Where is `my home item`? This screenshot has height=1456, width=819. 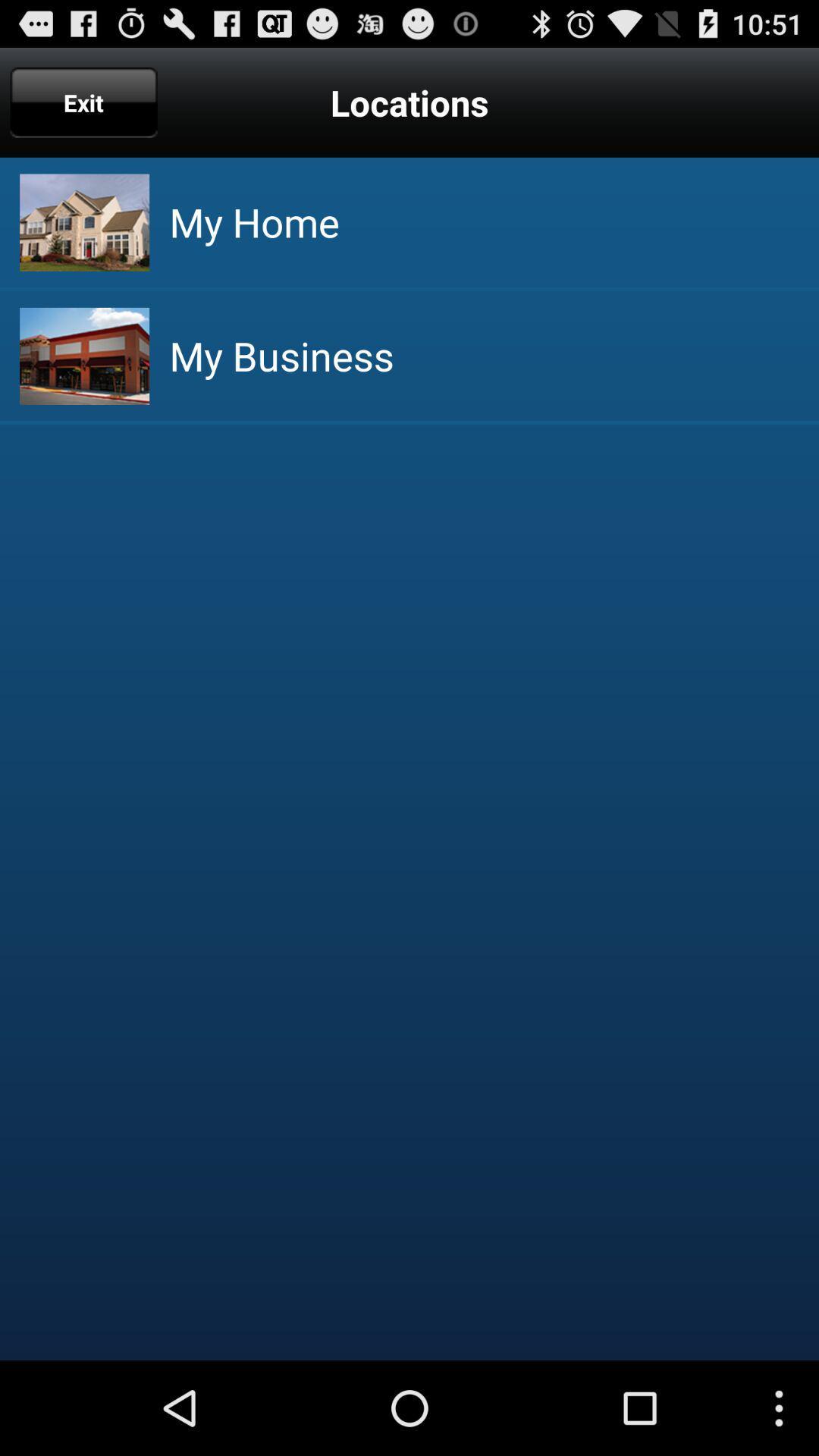 my home item is located at coordinates (253, 221).